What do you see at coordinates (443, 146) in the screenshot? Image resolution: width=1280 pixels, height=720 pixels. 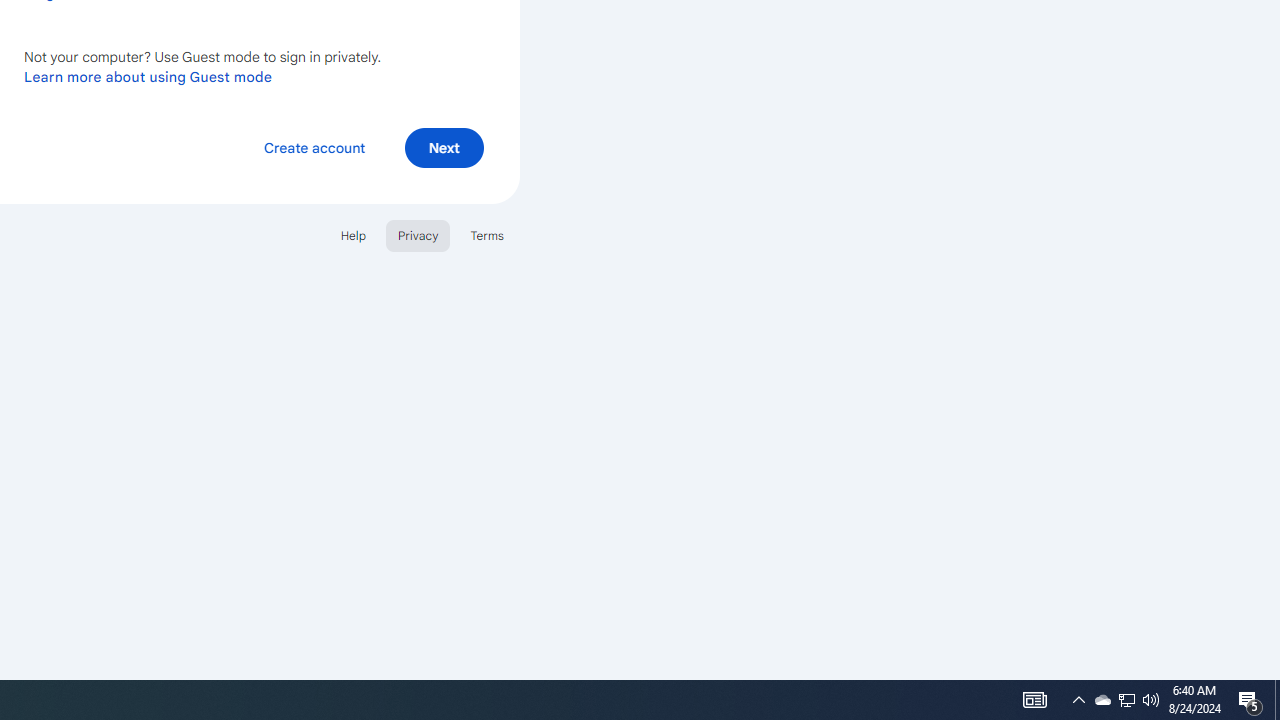 I see `'Next'` at bounding box center [443, 146].